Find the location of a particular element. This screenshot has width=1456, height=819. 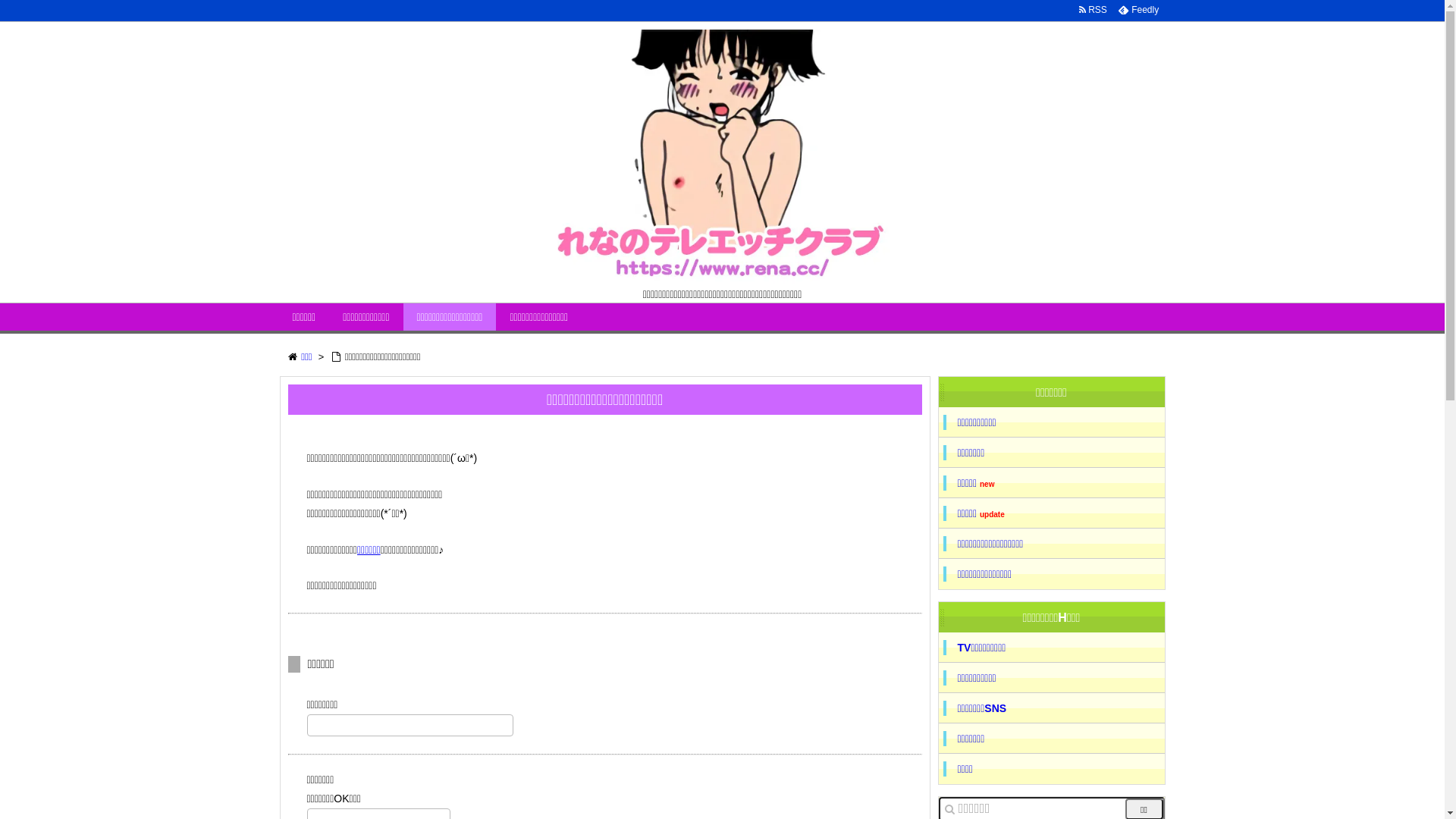

'  Feedly ' is located at coordinates (1138, 9).